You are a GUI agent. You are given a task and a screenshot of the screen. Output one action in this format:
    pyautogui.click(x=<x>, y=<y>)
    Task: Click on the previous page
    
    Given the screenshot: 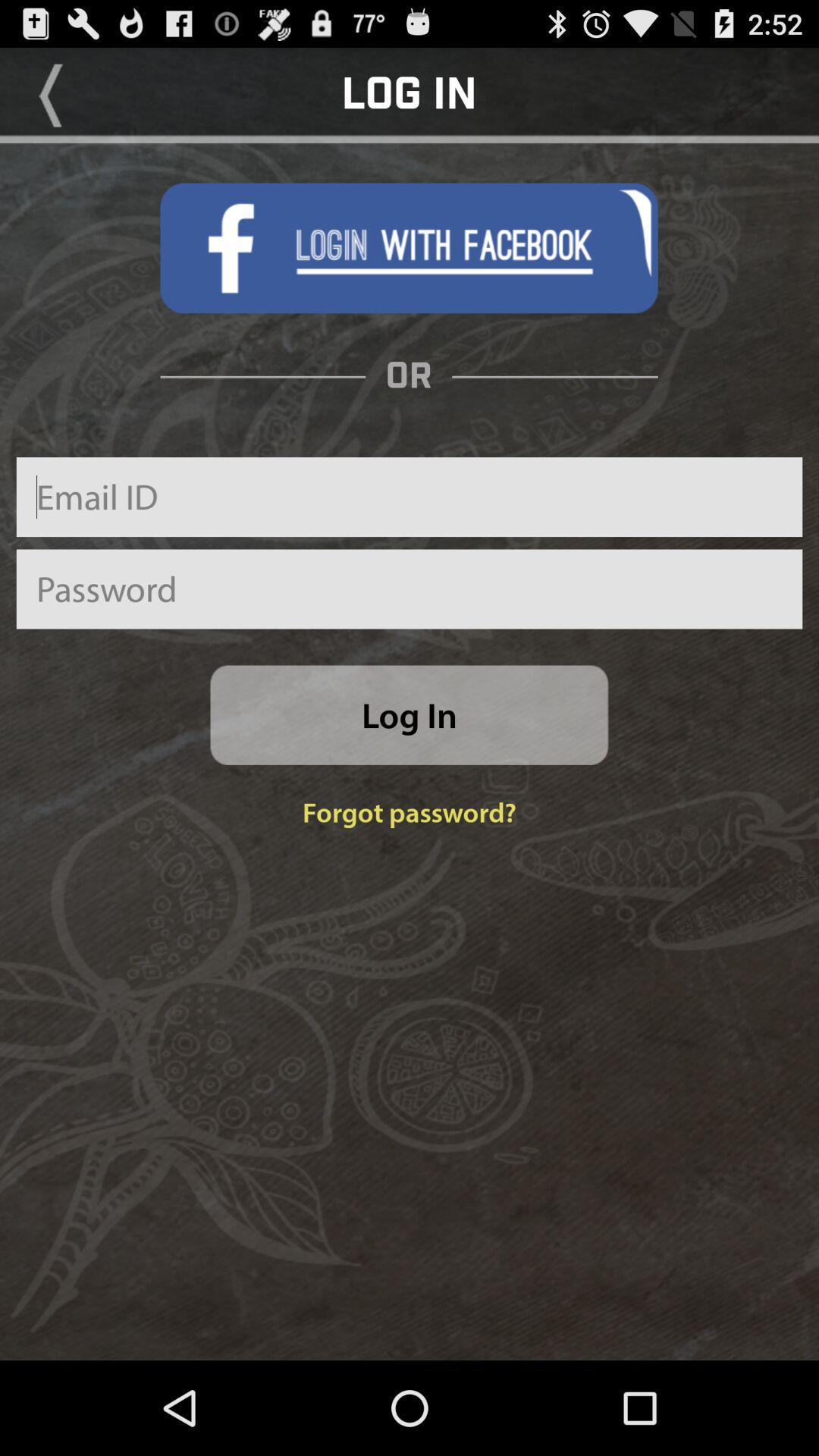 What is the action you would take?
    pyautogui.click(x=50, y=94)
    